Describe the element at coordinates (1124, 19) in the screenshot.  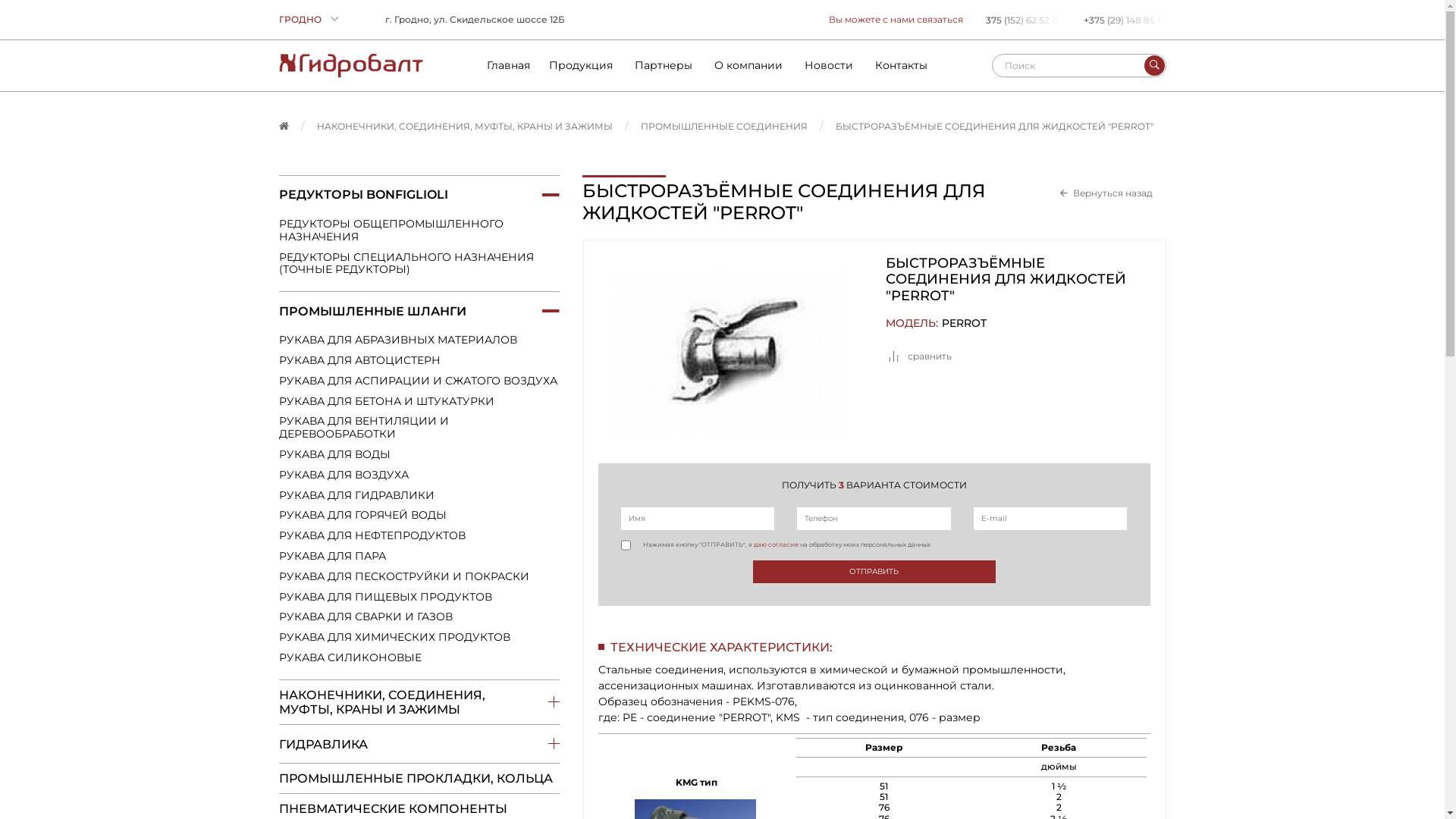
I see `'+375 (29) 148 85 1'` at that location.